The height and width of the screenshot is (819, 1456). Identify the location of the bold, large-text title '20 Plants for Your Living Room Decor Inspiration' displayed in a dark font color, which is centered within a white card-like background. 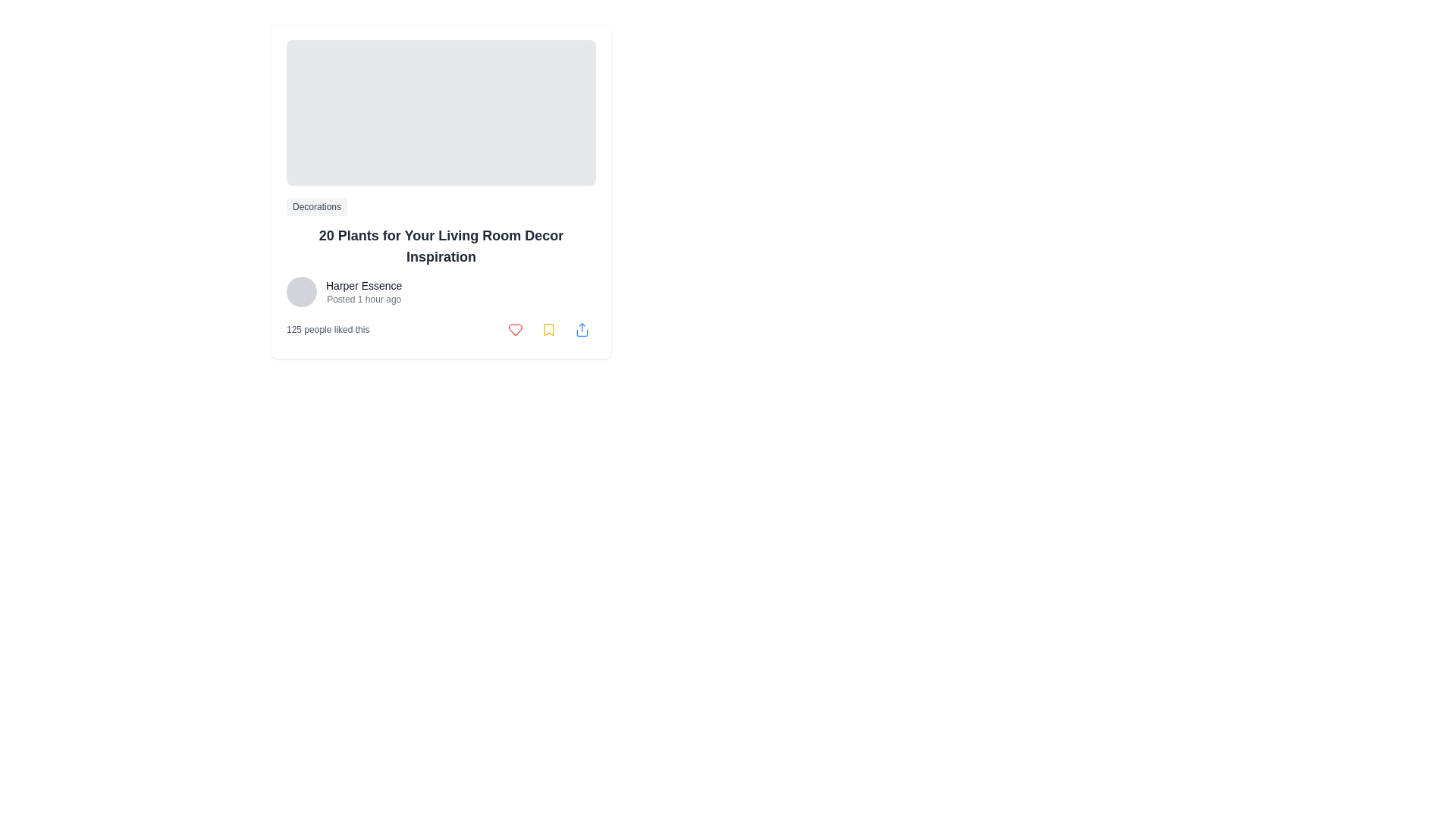
(440, 245).